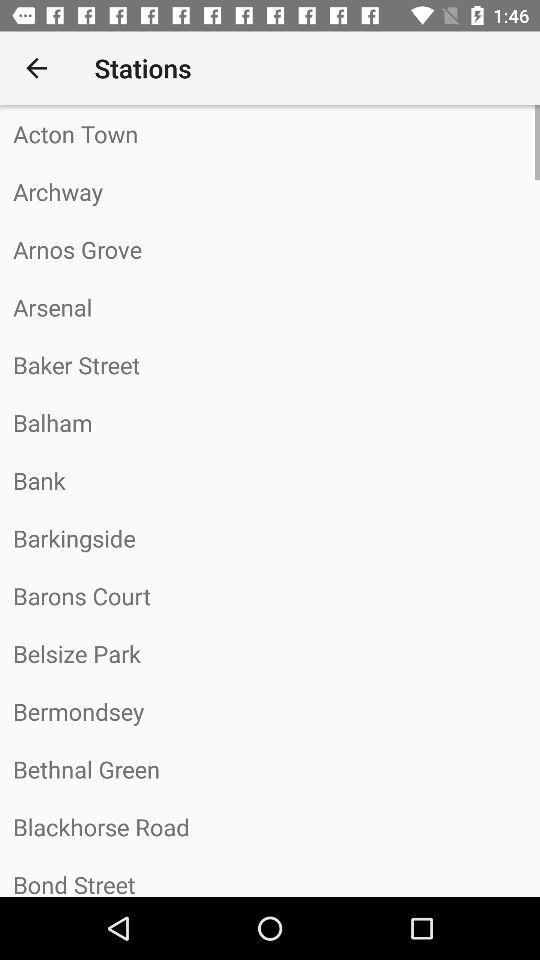 The width and height of the screenshot is (540, 960). Describe the element at coordinates (270, 711) in the screenshot. I see `the bermondsey item` at that location.